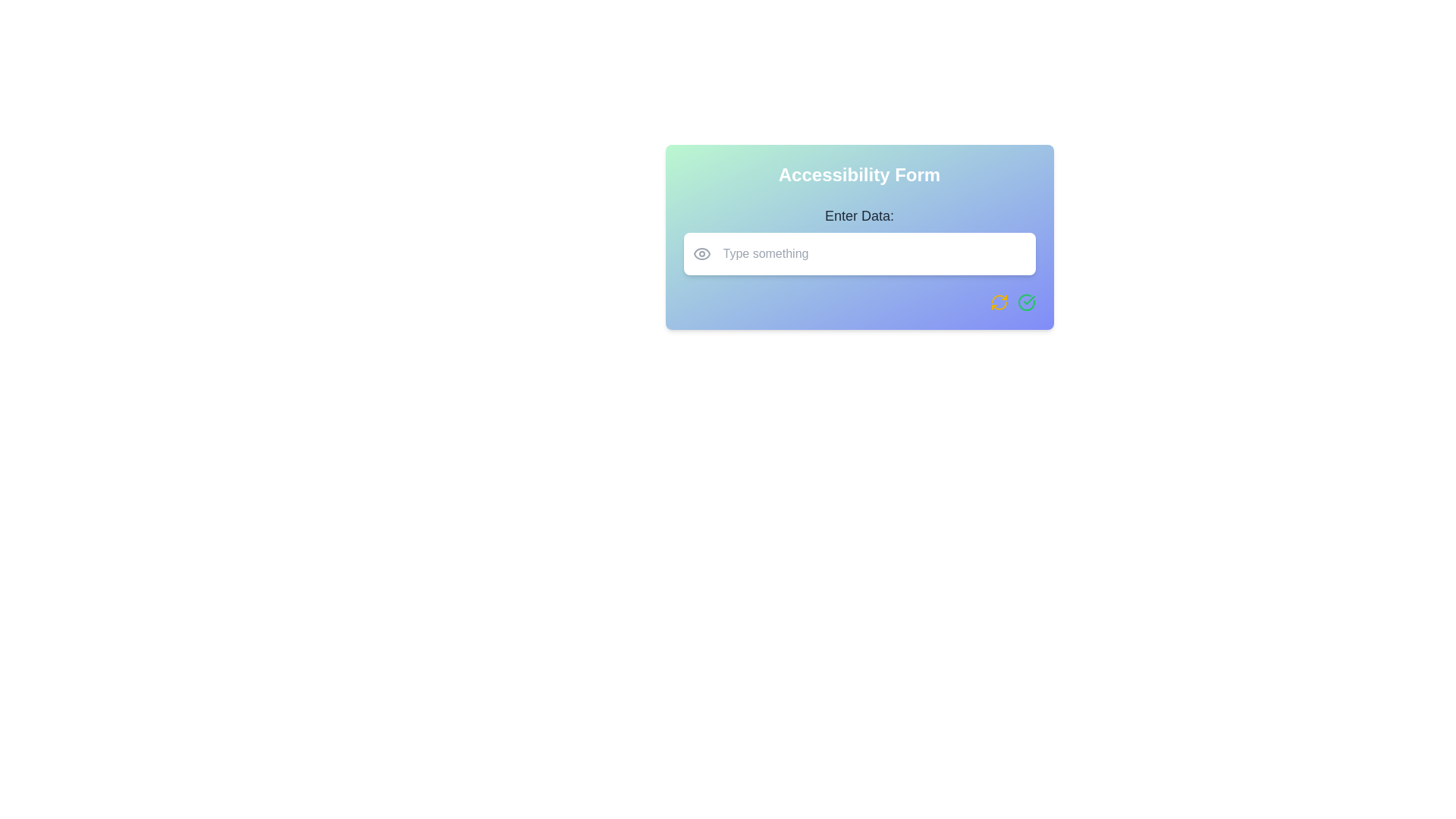  Describe the element at coordinates (1029, 300) in the screenshot. I see `the green checkmark icon located within the circular icon set in the bottom-right corner of the card interface` at that location.